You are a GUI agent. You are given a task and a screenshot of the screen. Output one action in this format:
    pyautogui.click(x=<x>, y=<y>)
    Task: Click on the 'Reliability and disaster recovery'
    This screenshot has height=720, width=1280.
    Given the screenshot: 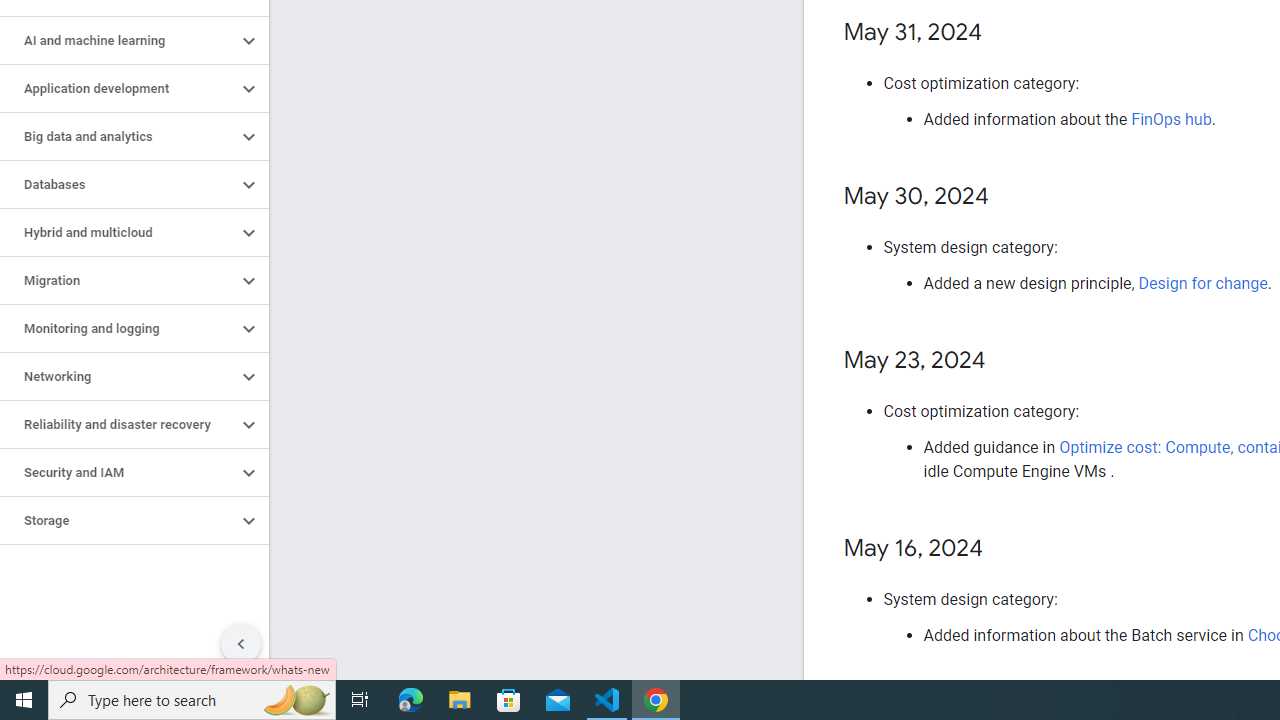 What is the action you would take?
    pyautogui.click(x=117, y=424)
    